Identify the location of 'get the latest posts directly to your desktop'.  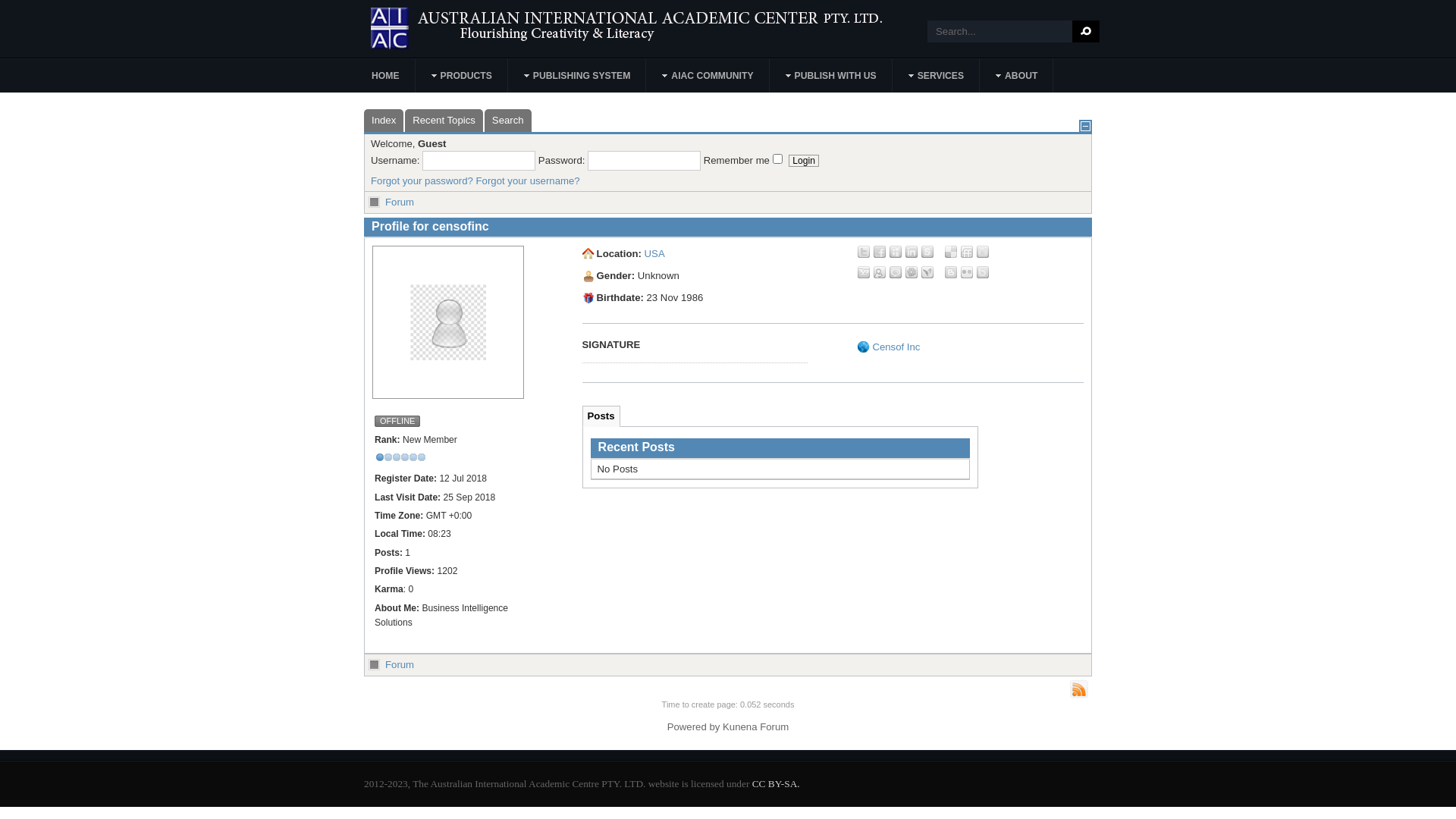
(1078, 689).